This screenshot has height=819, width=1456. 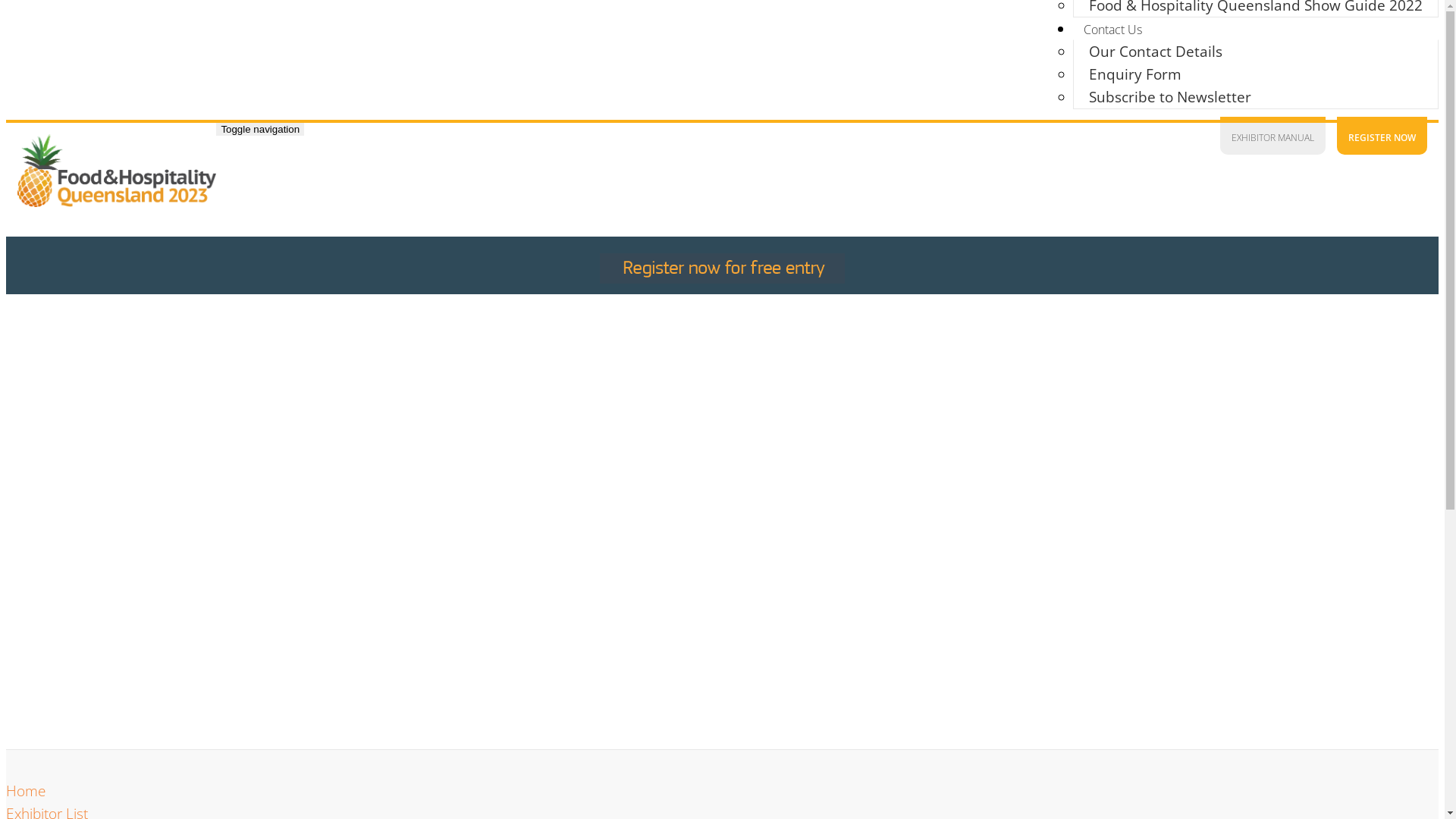 What do you see at coordinates (1073, 96) in the screenshot?
I see `'Subscribe to Newsletter'` at bounding box center [1073, 96].